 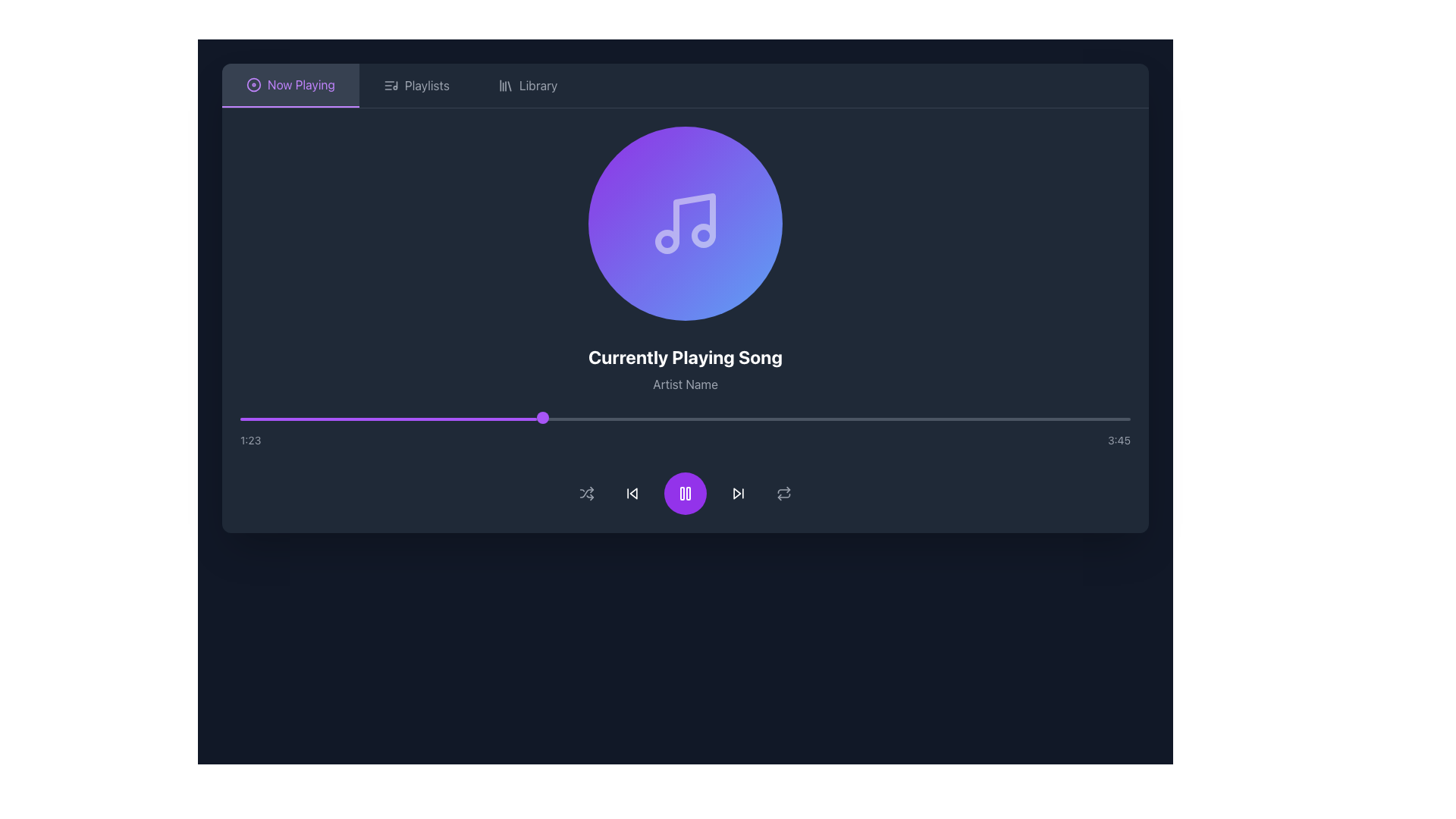 I want to click on the musical note icon, which is an SVG graphic styled in subdued opacity white, located centrally within a circular gradient background transitioning from purple to blue, so click(x=684, y=223).